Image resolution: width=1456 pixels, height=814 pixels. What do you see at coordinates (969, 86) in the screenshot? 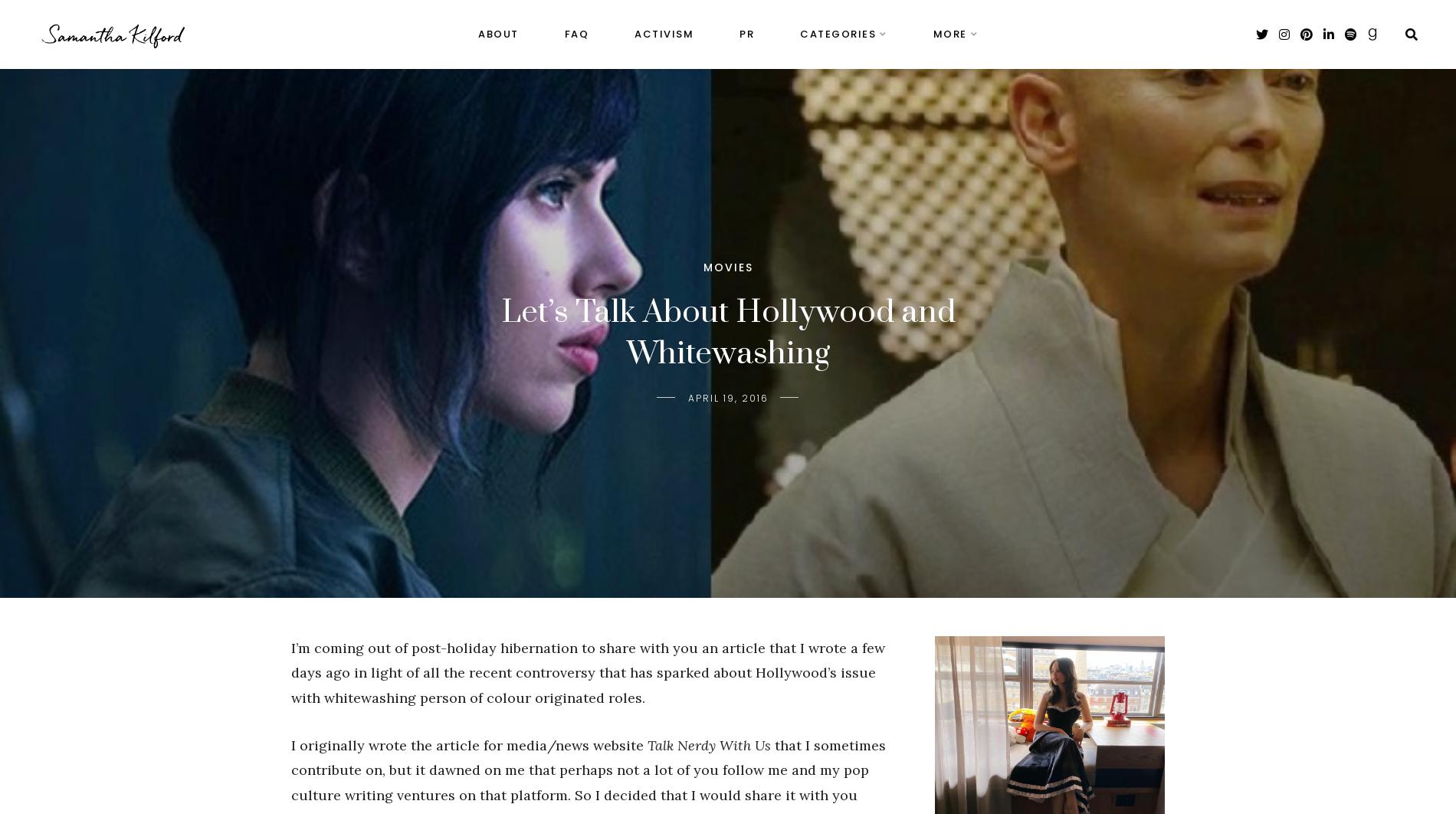
I see `'Review Policy'` at bounding box center [969, 86].